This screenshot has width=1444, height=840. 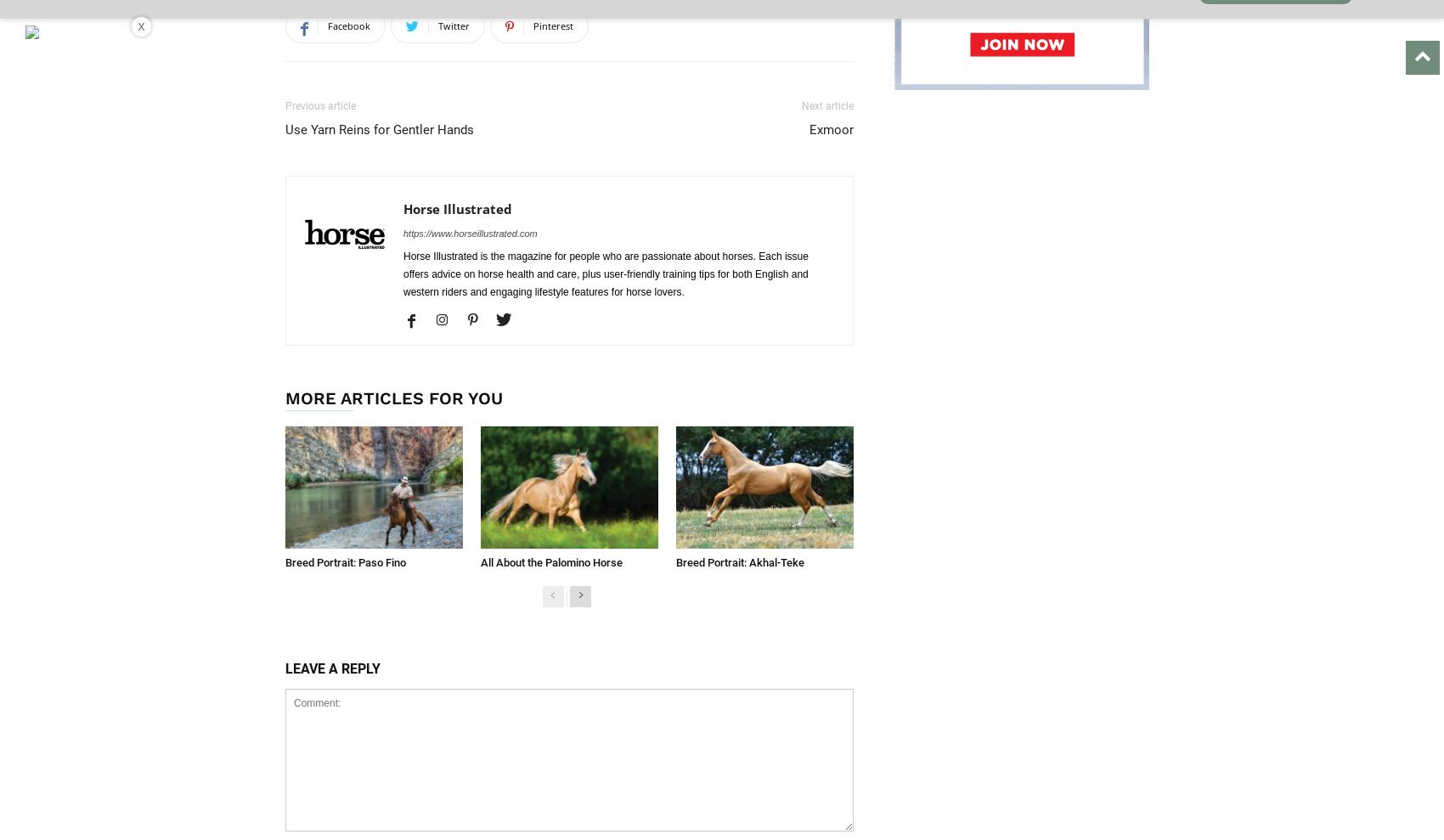 What do you see at coordinates (826, 105) in the screenshot?
I see `'Next article'` at bounding box center [826, 105].